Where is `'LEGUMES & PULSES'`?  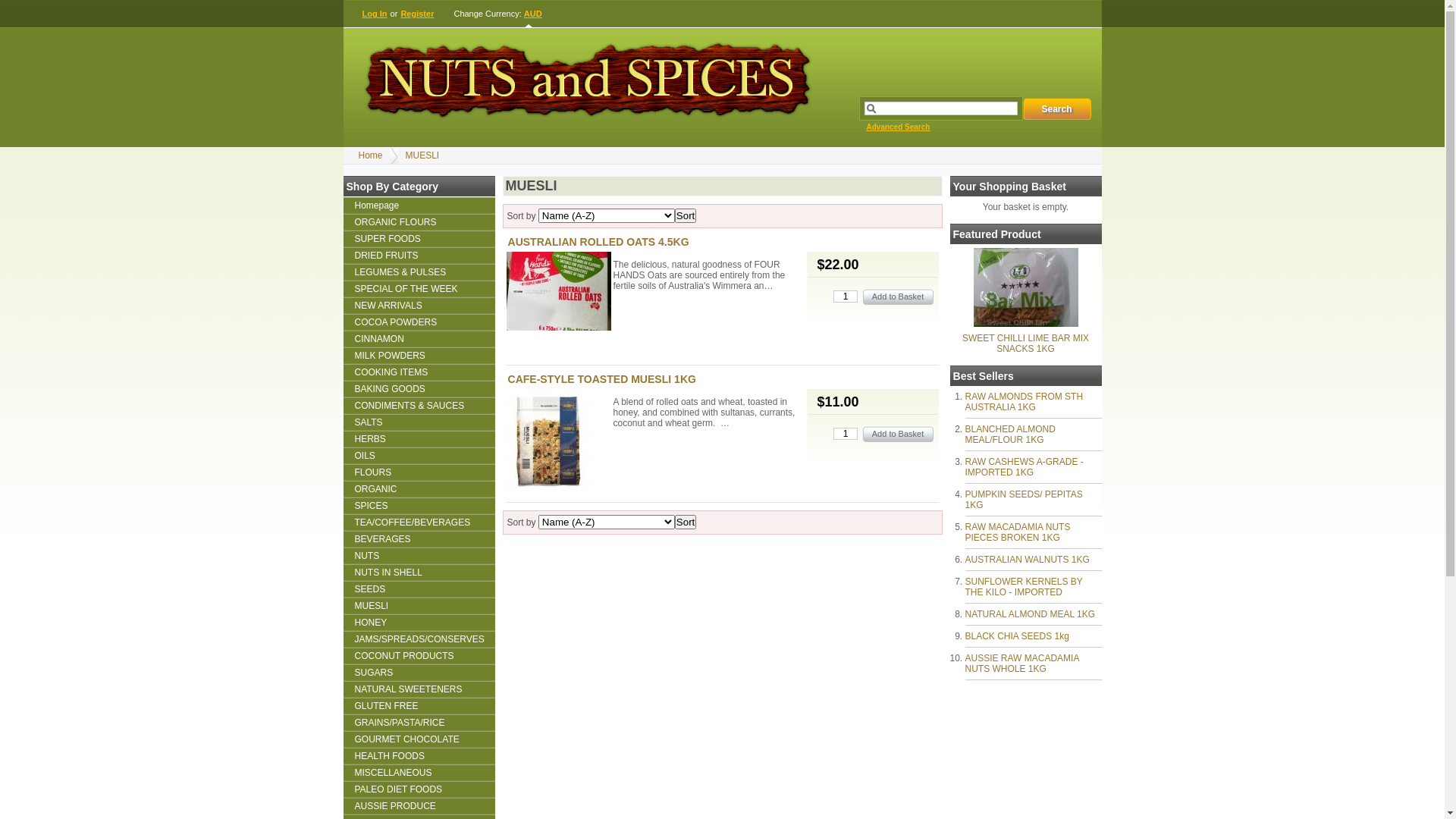 'LEGUMES & PULSES' is located at coordinates (341, 271).